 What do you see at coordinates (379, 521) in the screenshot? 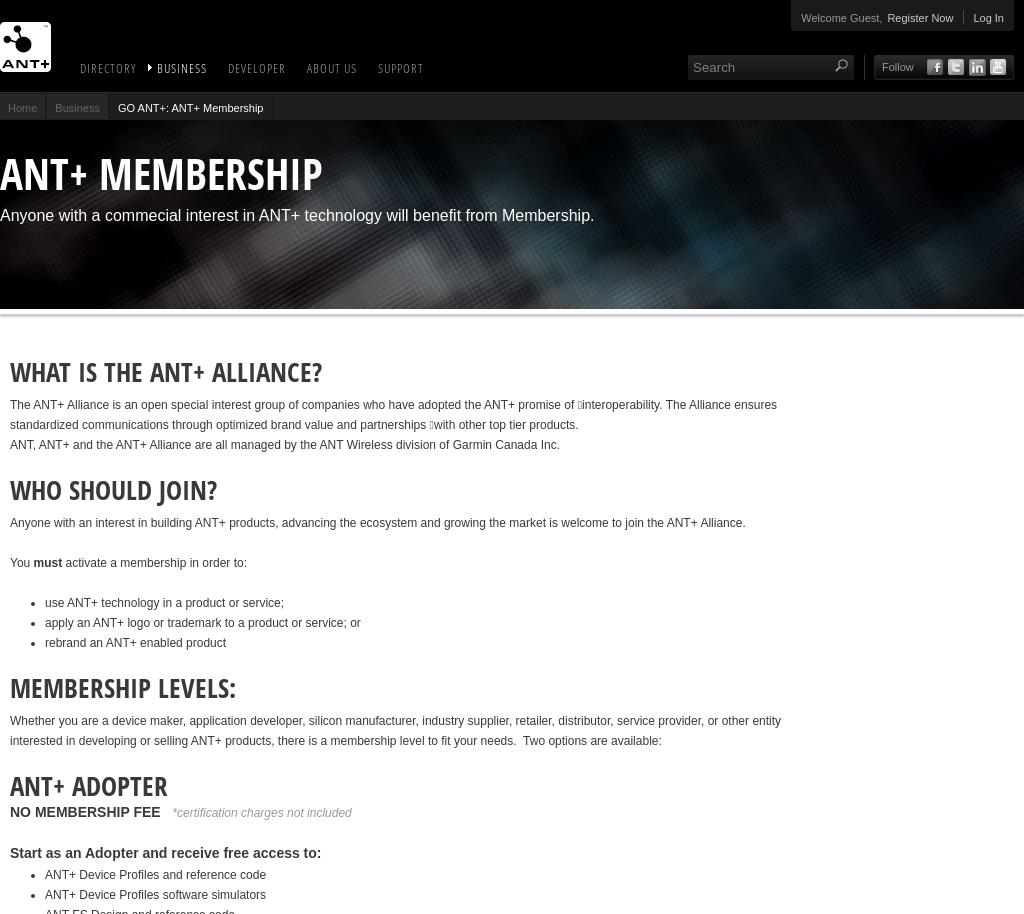
I see `'Anyone with an interest in building ANT+ products, advancing the ecosystem and growing the market is welcome to join the ANT+ Alliance.'` at bounding box center [379, 521].